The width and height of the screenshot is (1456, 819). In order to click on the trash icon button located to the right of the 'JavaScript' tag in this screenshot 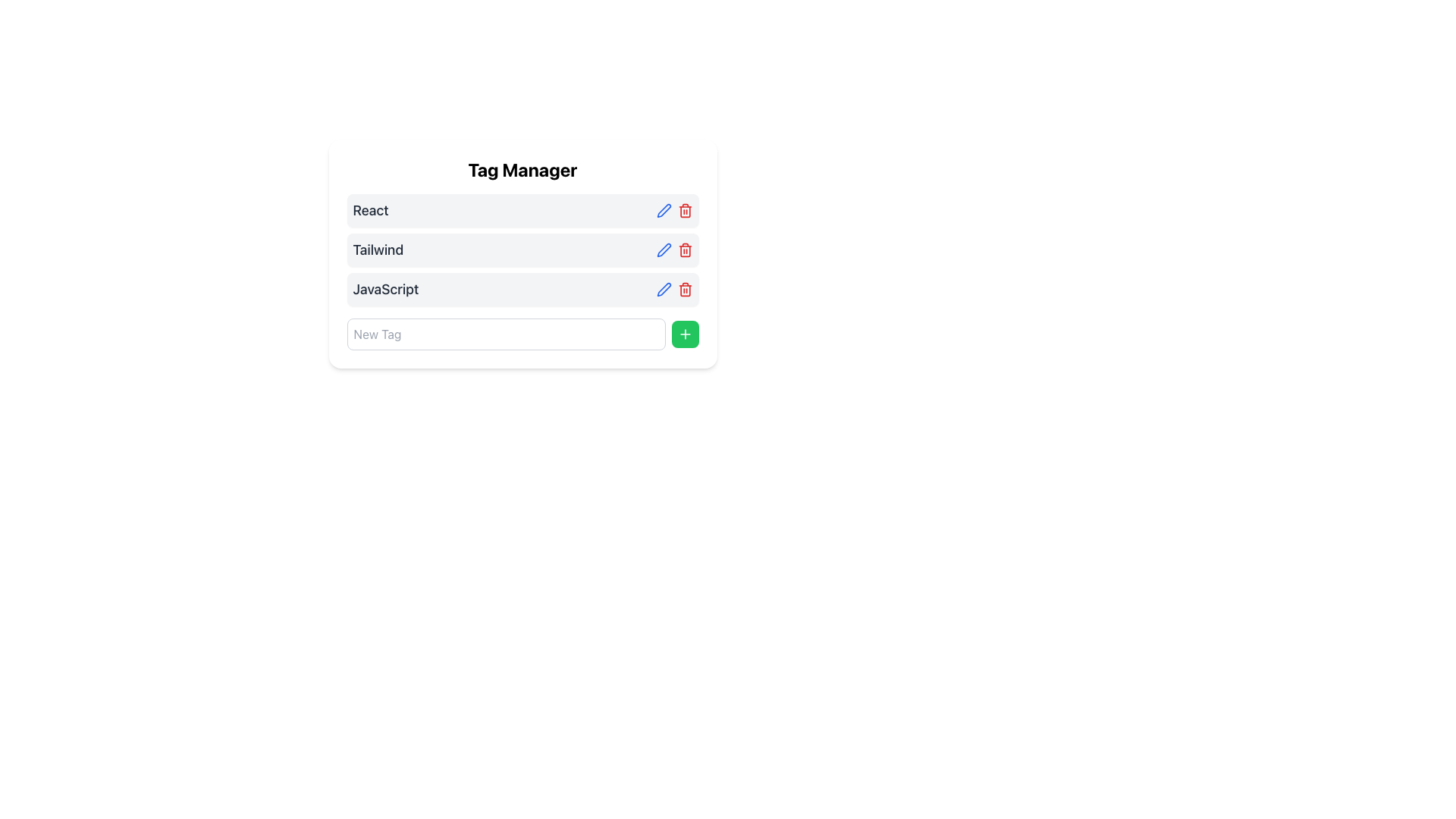, I will do `click(684, 210)`.